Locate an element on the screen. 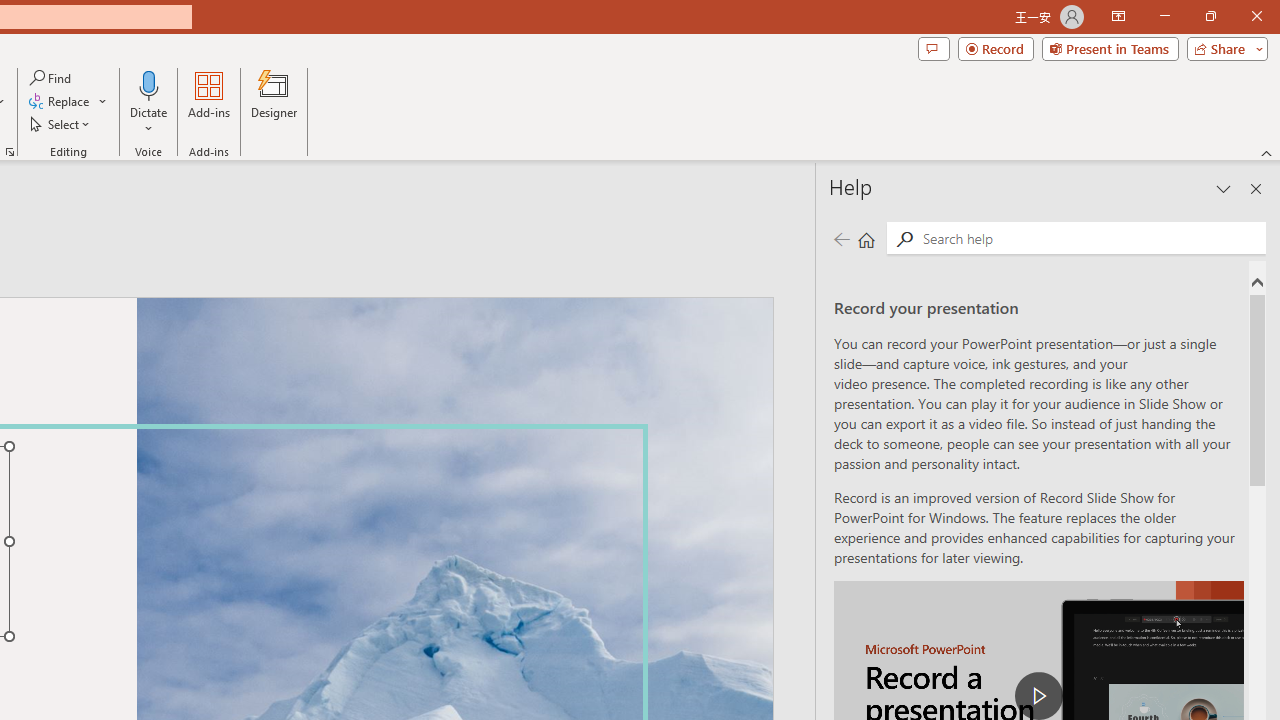  'Dictate' is located at coordinates (148, 84).